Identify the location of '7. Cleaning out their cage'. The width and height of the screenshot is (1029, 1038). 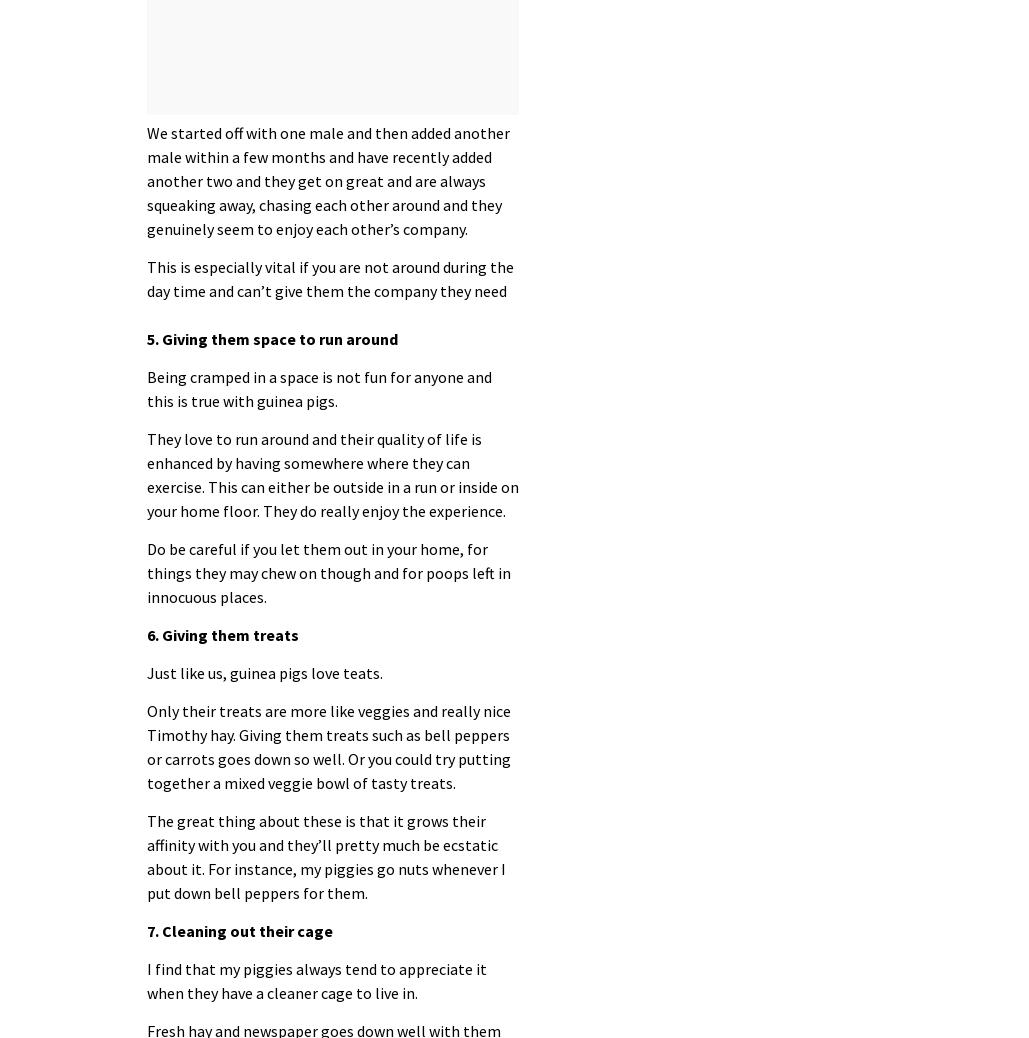
(238, 930).